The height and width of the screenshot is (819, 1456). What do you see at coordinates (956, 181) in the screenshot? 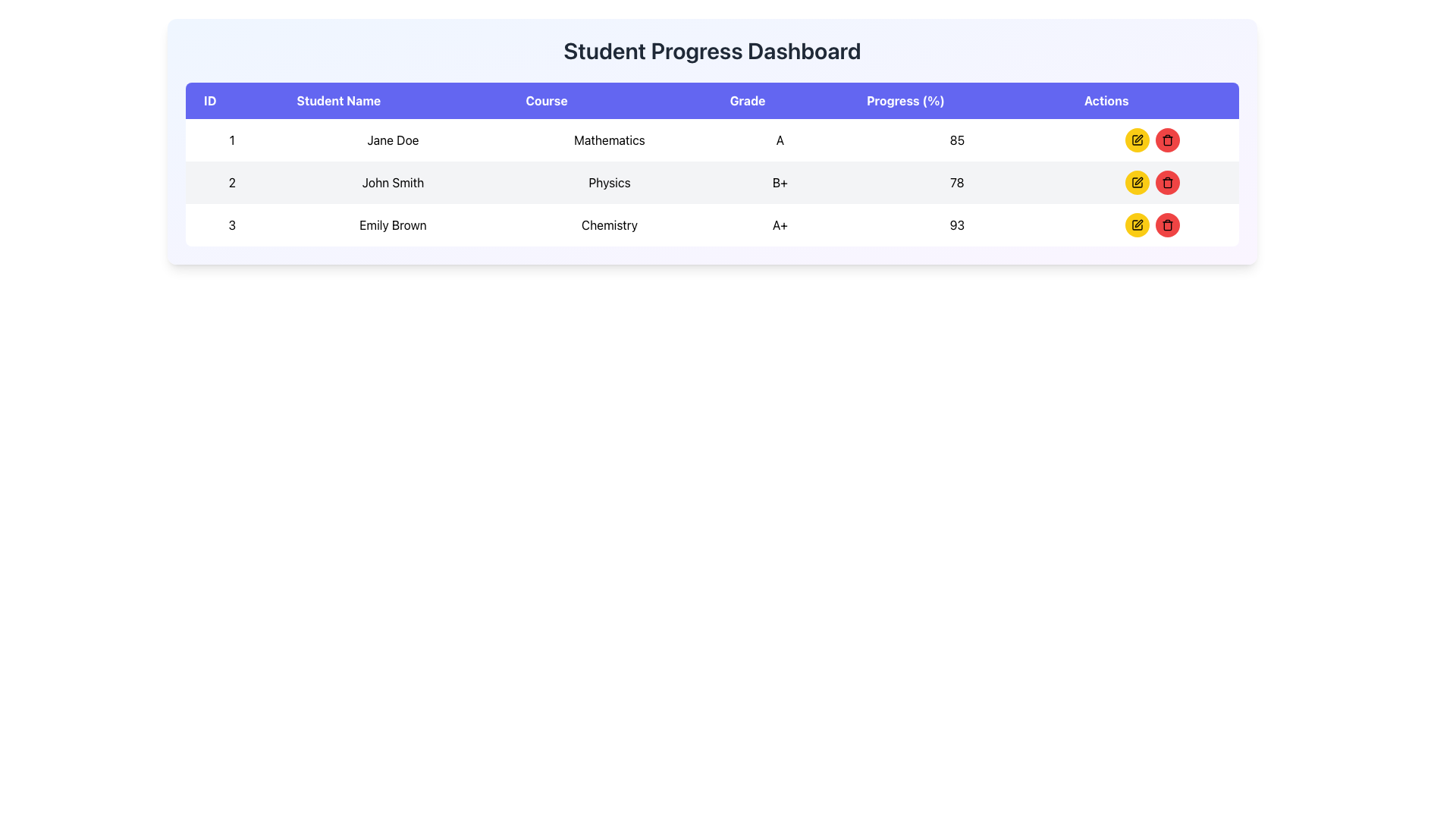
I see `the static progress percentage text label for student 'John Smith' in the 'Progress (%)' column` at bounding box center [956, 181].